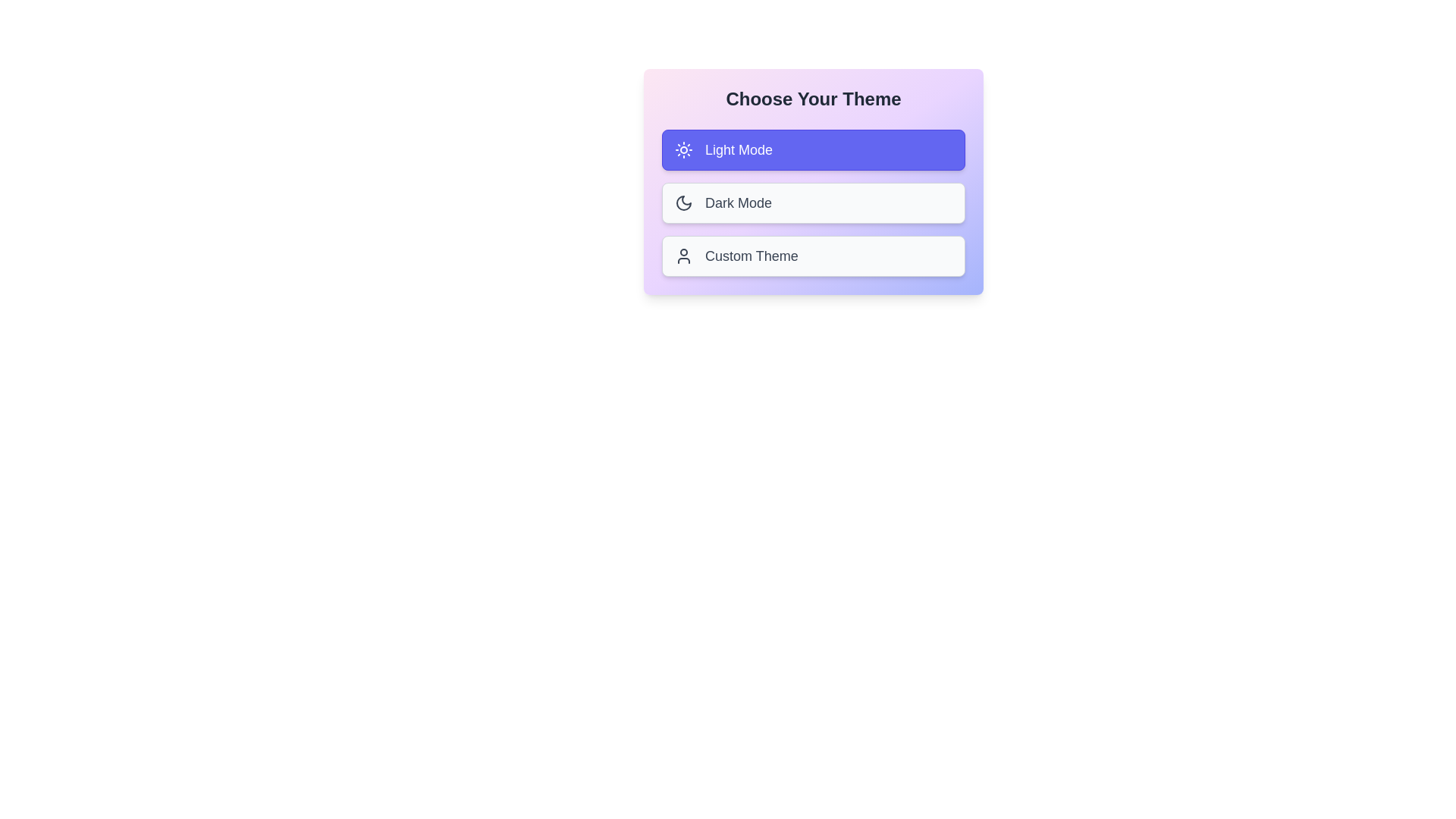  Describe the element at coordinates (813, 149) in the screenshot. I see `the theme Light Mode by clicking on its corresponding card` at that location.